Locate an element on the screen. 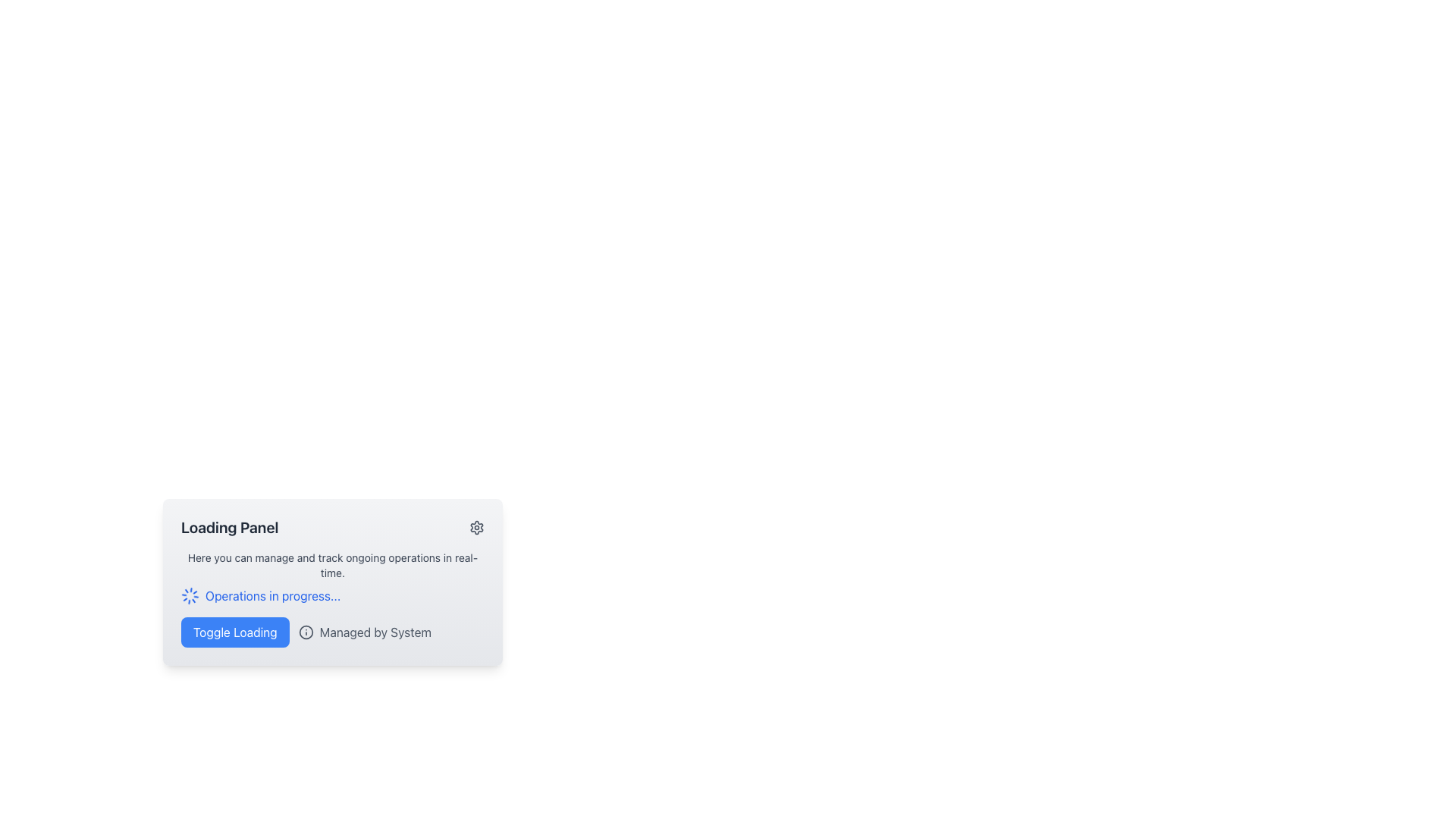  the animation of the spinner icon located to the left of the text 'Operations in progress...' within the 'Loading Panel' section is located at coordinates (189, 595).